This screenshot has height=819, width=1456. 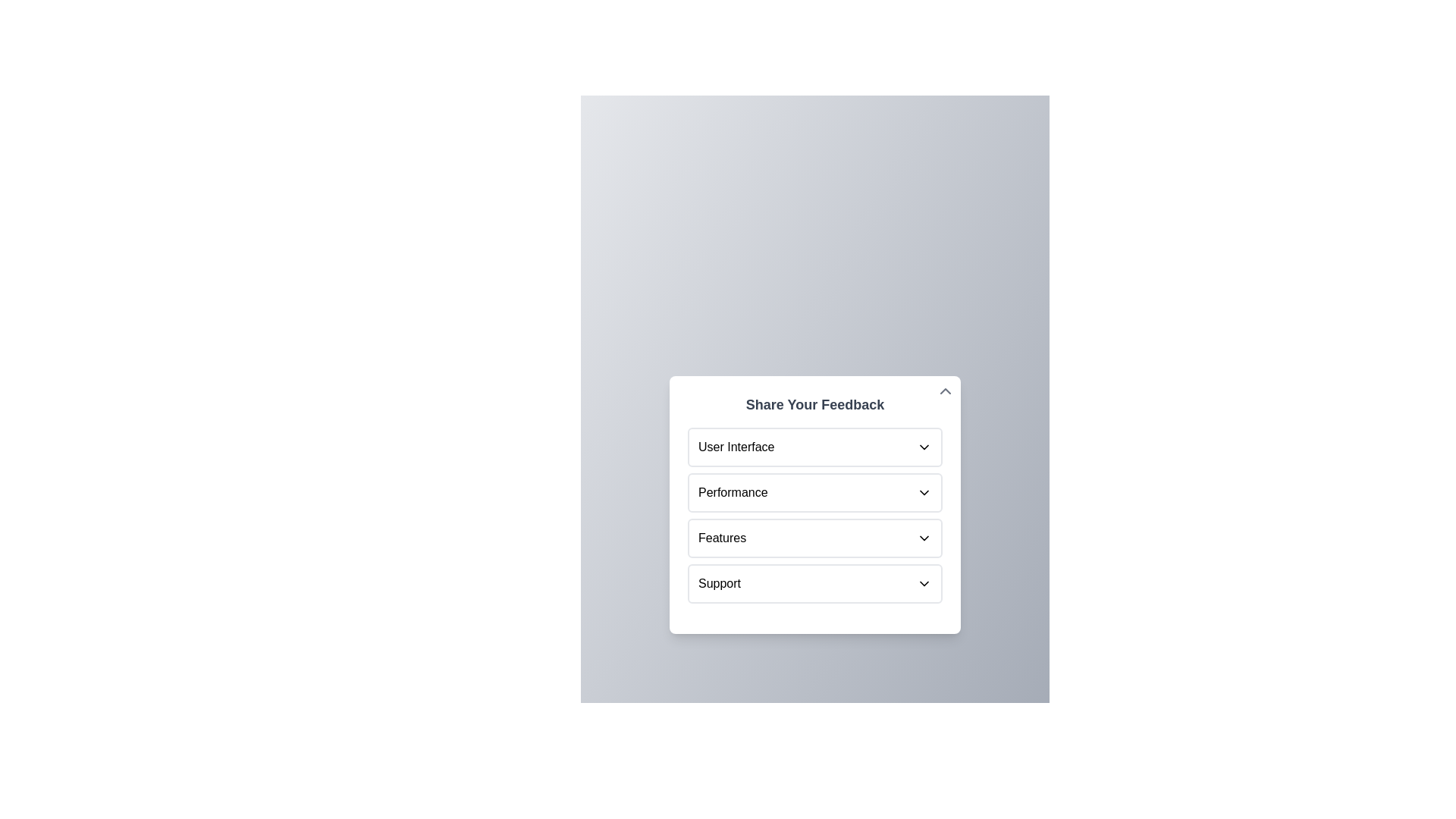 I want to click on the 'Performance' dropdown menu, which is the second item in the vertical list under 'Share Your Feedback', so click(x=814, y=505).